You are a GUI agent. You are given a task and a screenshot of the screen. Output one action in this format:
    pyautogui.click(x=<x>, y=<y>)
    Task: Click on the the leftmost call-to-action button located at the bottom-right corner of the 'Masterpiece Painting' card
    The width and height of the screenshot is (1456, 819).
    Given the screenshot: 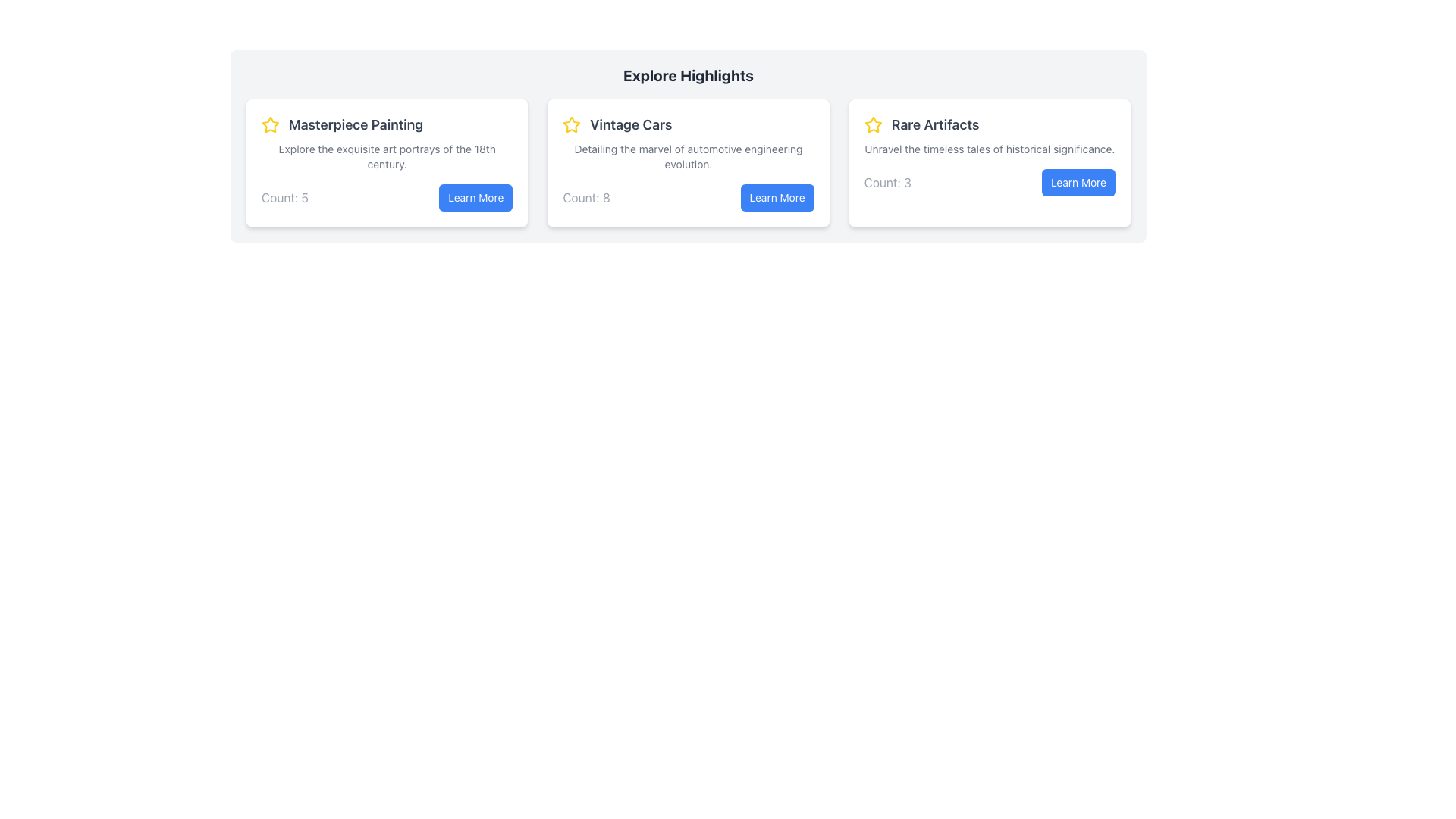 What is the action you would take?
    pyautogui.click(x=475, y=197)
    